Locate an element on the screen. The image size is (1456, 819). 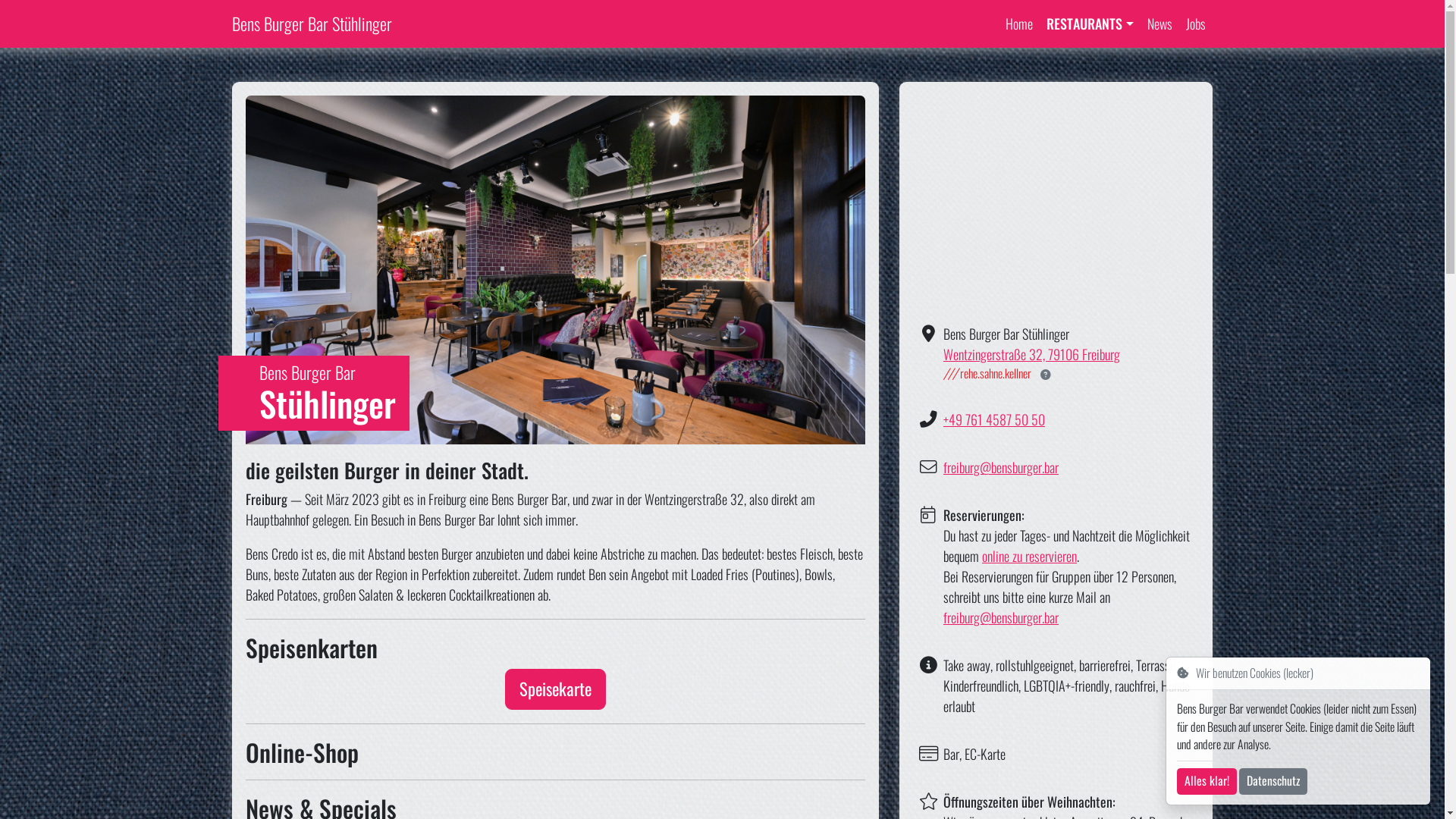
'Alles klar!' is located at coordinates (1206, 781).